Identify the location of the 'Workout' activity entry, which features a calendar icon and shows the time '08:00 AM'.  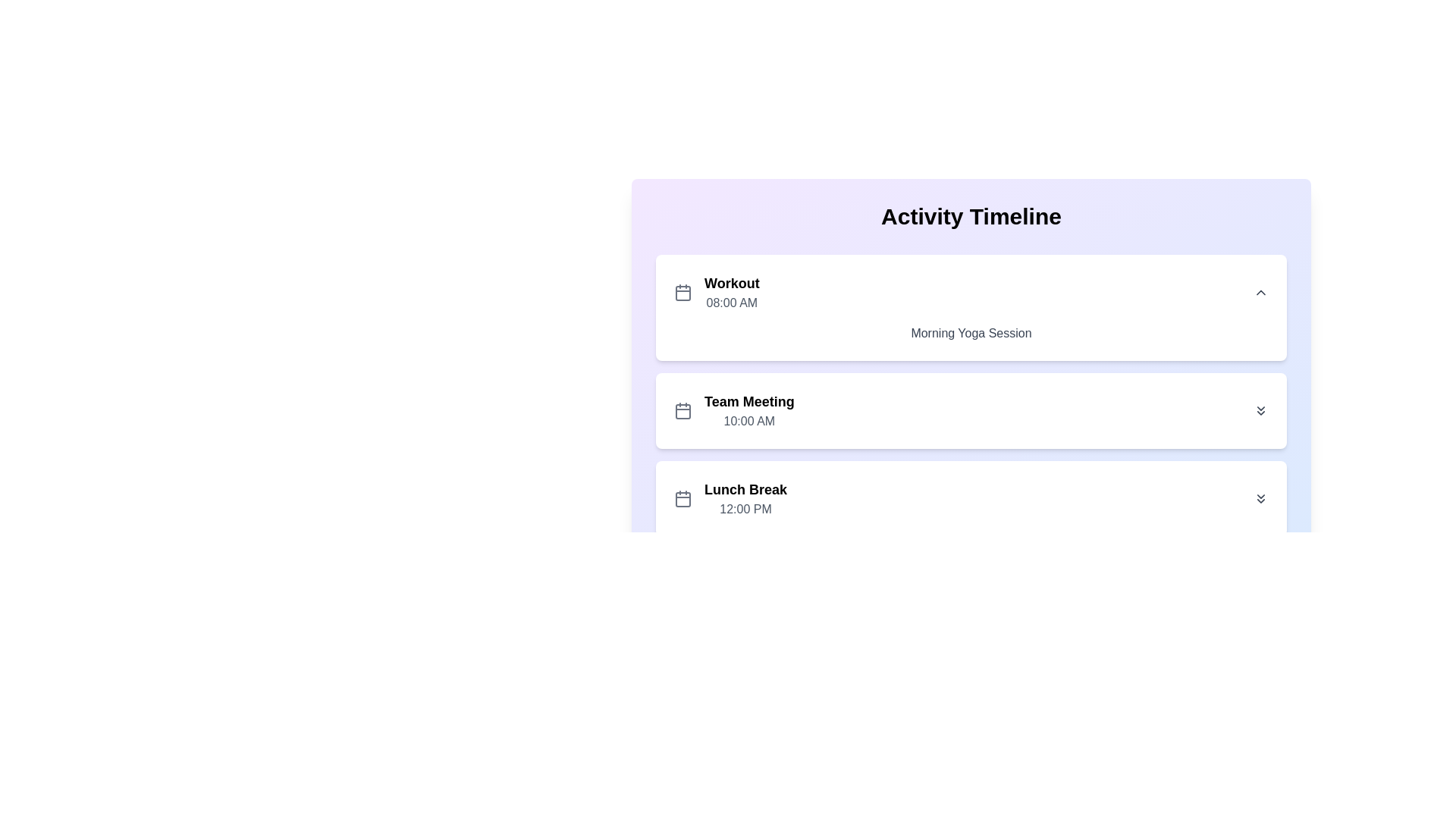
(716, 292).